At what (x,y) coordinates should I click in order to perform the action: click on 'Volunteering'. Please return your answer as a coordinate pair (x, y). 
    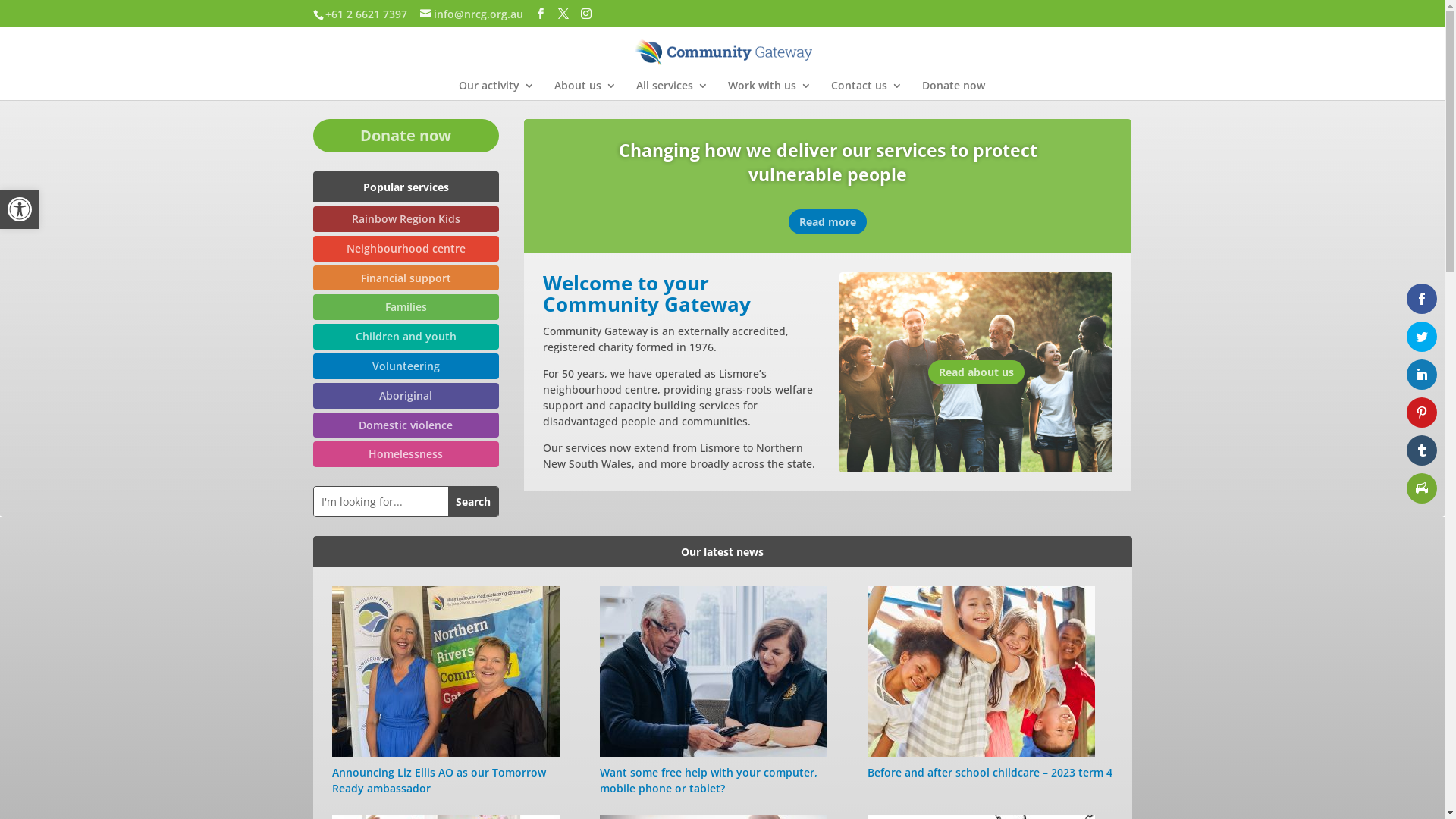
    Looking at the image, I should click on (405, 366).